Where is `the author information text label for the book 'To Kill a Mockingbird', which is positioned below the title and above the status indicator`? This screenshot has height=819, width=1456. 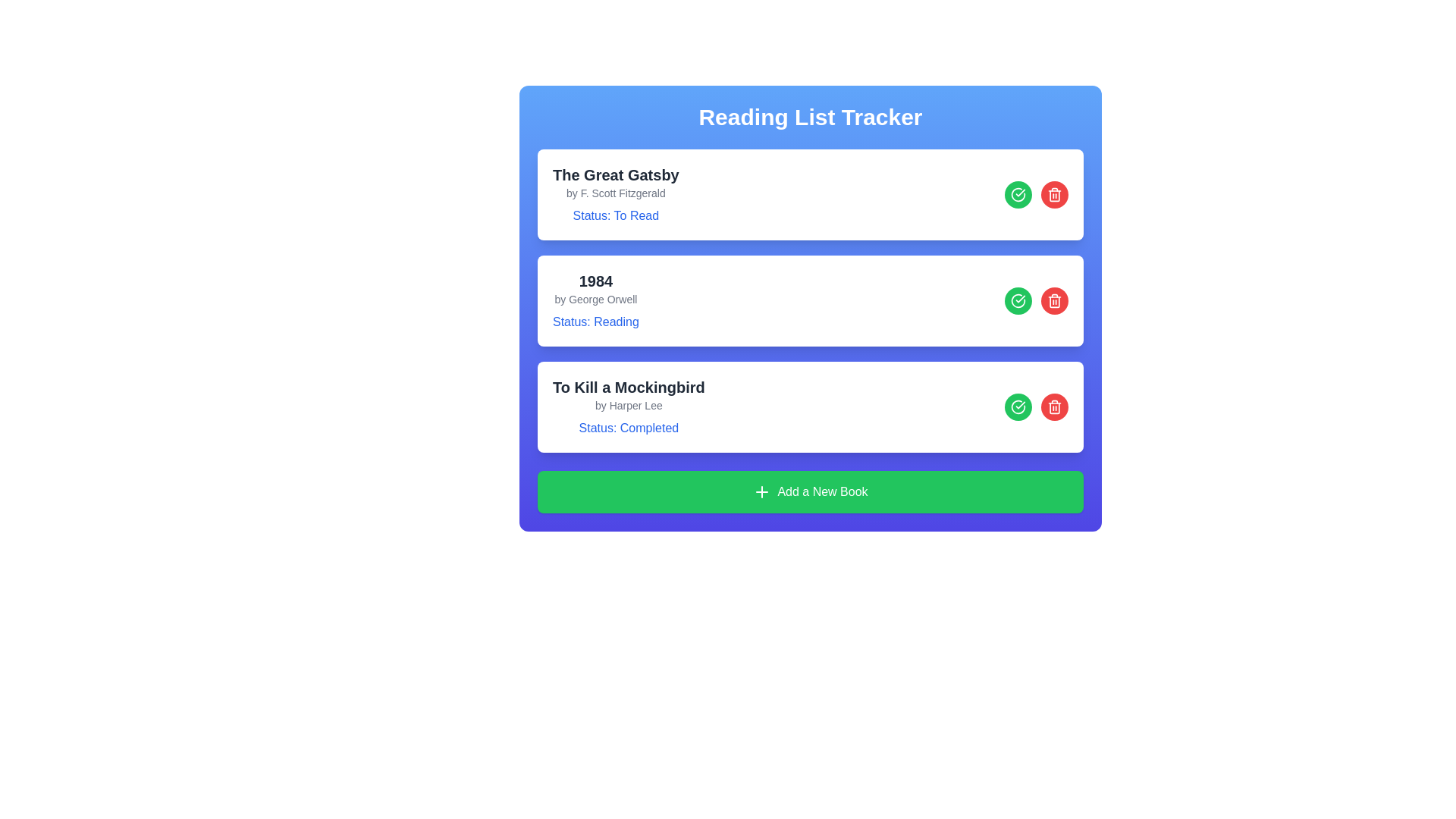
the author information text label for the book 'To Kill a Mockingbird', which is positioned below the title and above the status indicator is located at coordinates (629, 405).